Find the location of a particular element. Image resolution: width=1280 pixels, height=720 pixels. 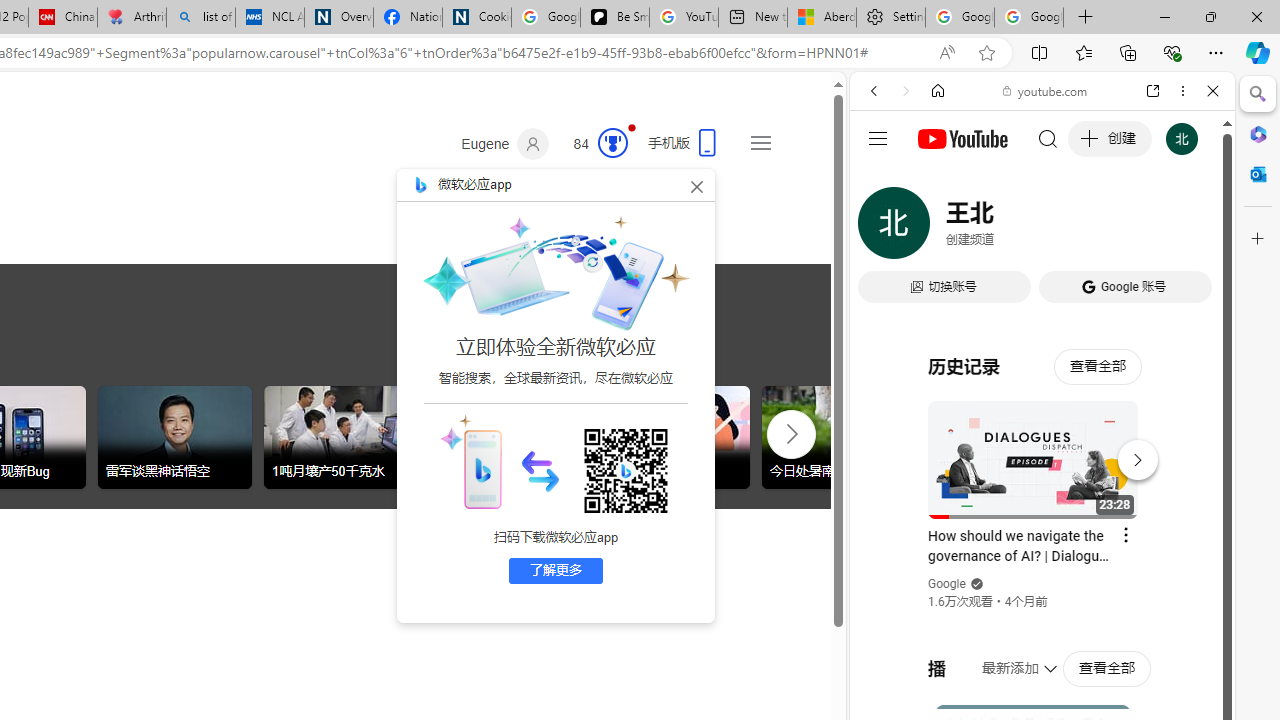

'Open link in new tab' is located at coordinates (1153, 91).